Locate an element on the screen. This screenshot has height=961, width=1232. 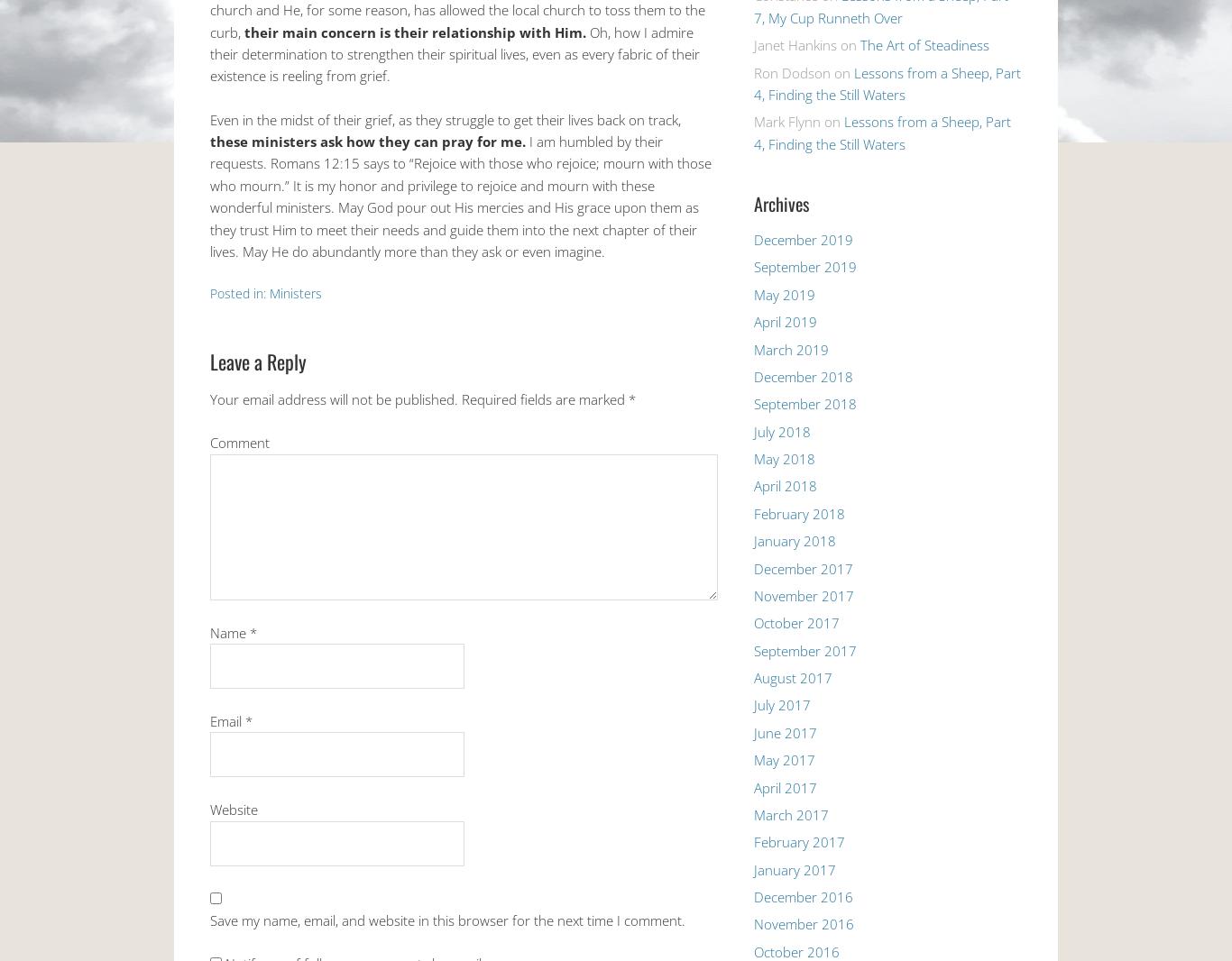
'May 2018' is located at coordinates (752, 459).